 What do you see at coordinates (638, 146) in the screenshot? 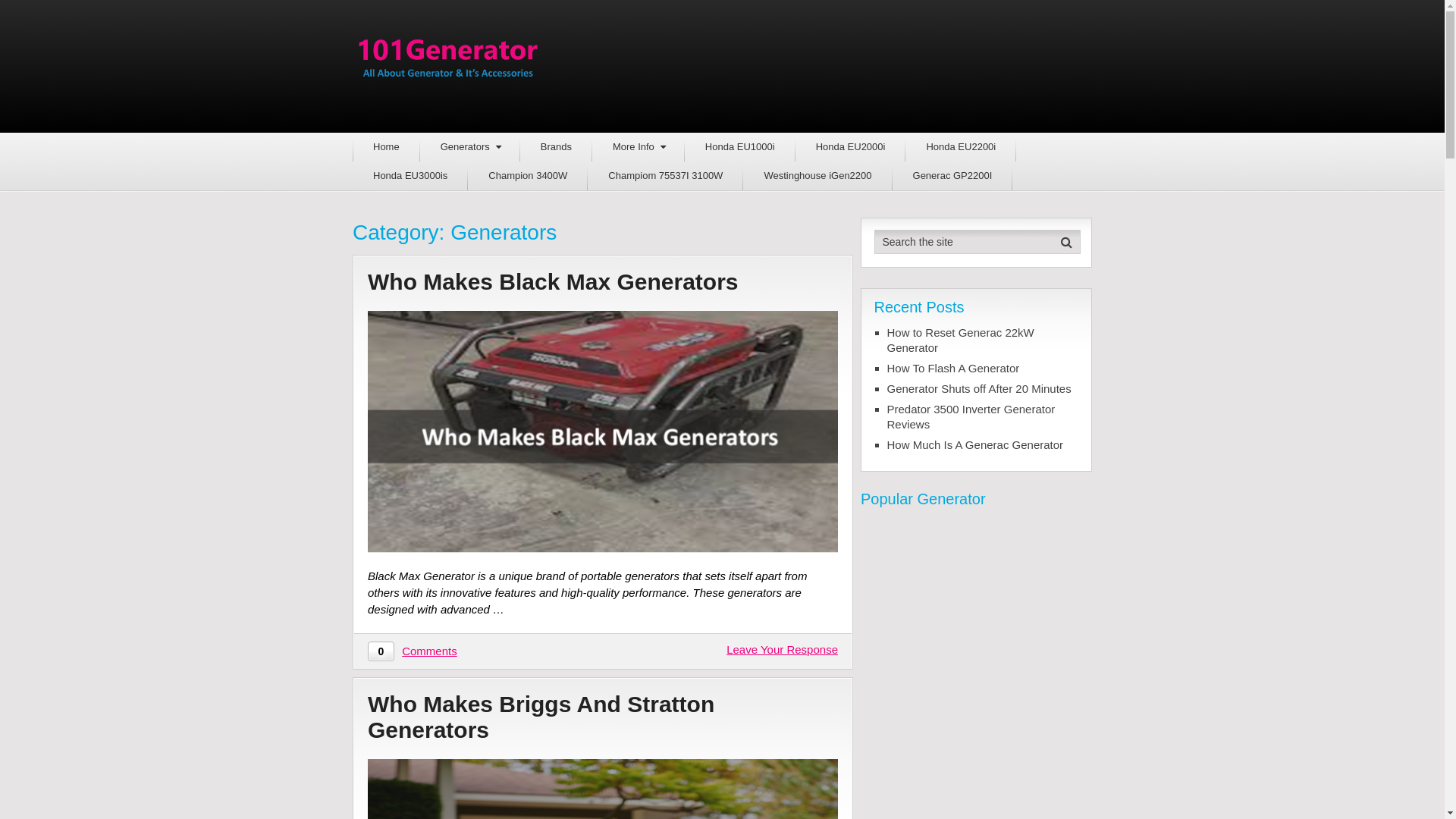
I see `'More Info'` at bounding box center [638, 146].